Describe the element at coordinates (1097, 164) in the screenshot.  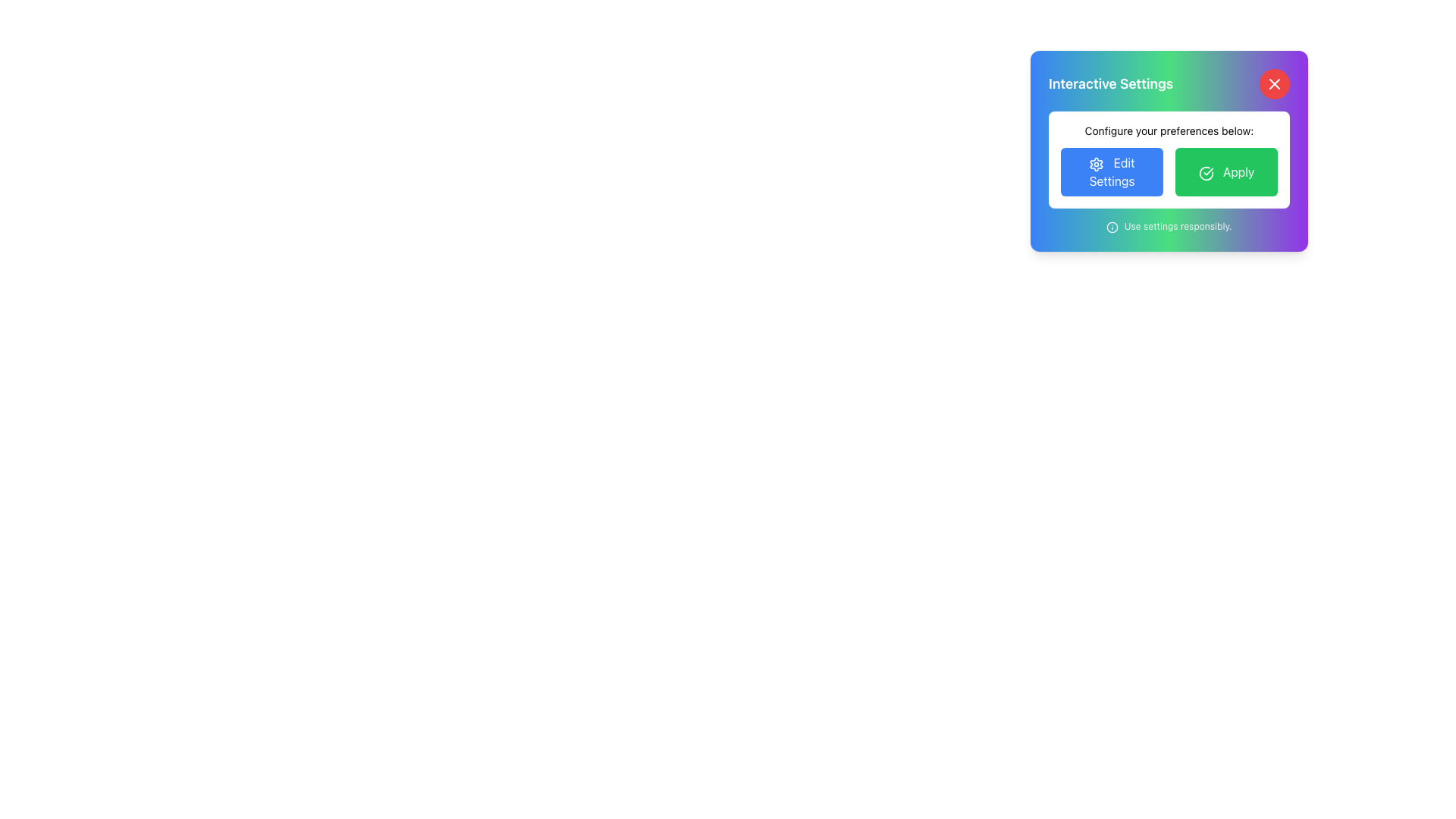
I see `the gear icon within the 'Edit Settings' button, which is located in the center of the dialog box, next to the 'Apply' button` at that location.